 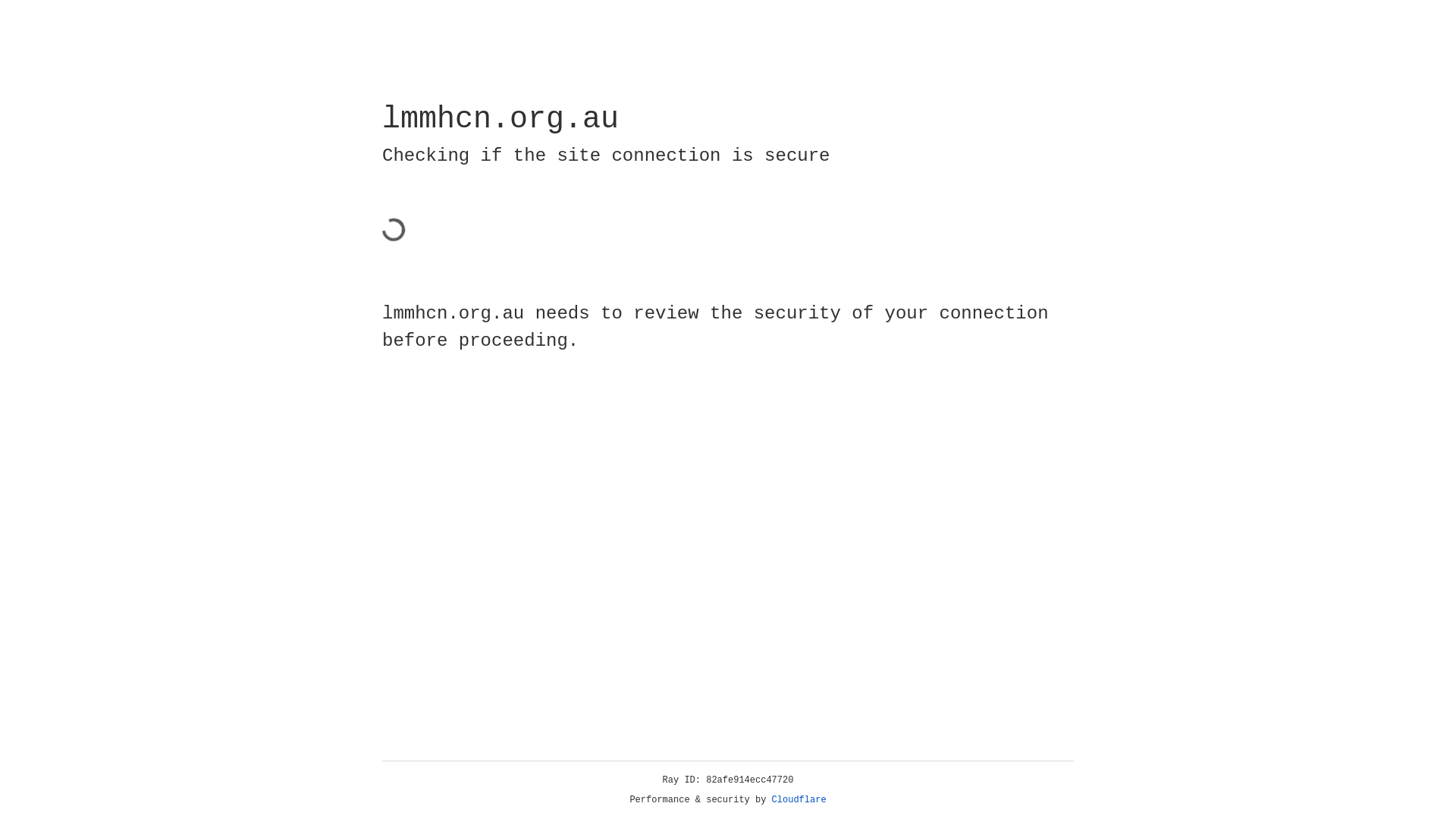 What do you see at coordinates (799, 799) in the screenshot?
I see `'Cloudflare'` at bounding box center [799, 799].